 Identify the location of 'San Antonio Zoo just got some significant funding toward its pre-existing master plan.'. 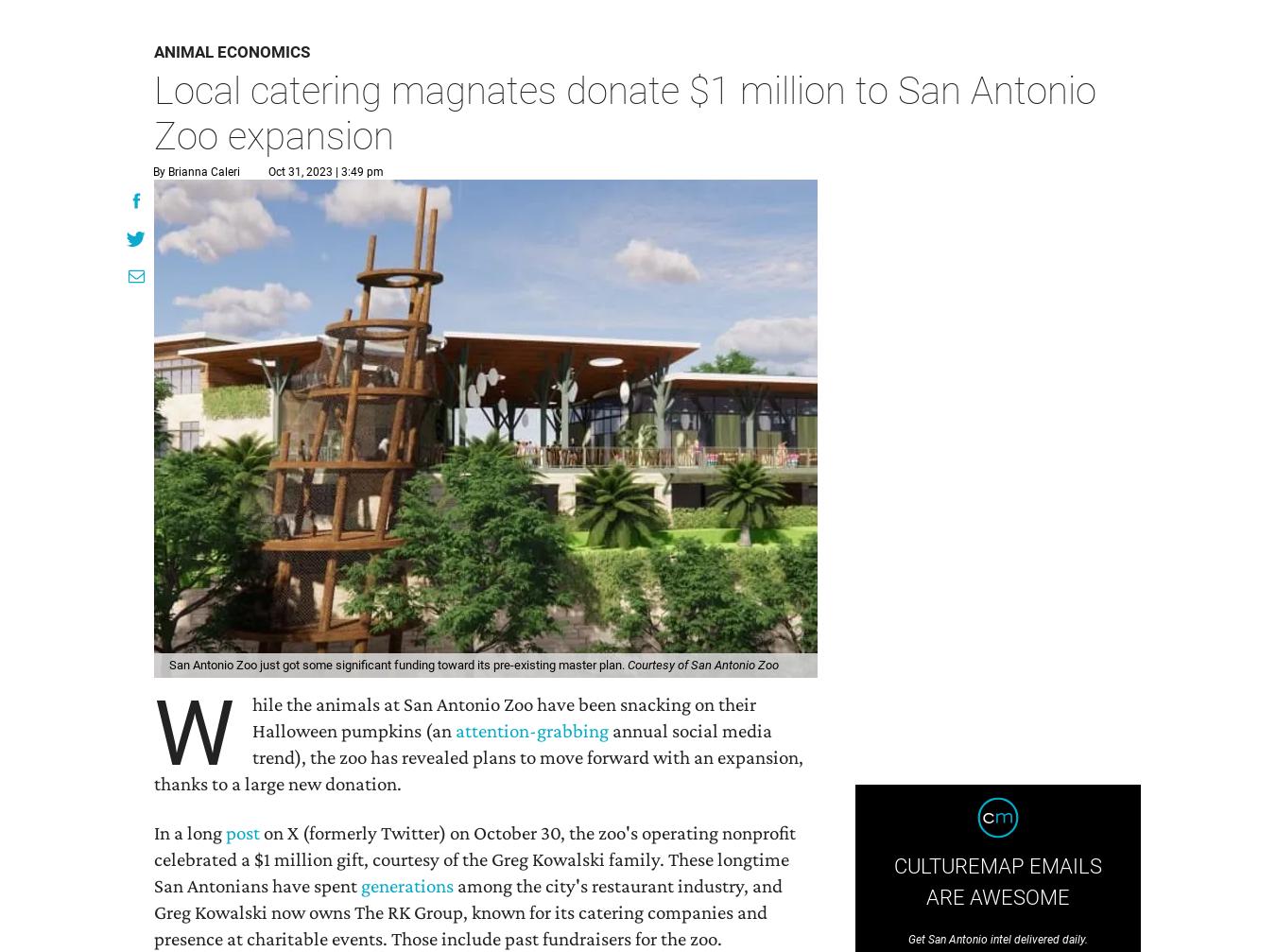
(398, 664).